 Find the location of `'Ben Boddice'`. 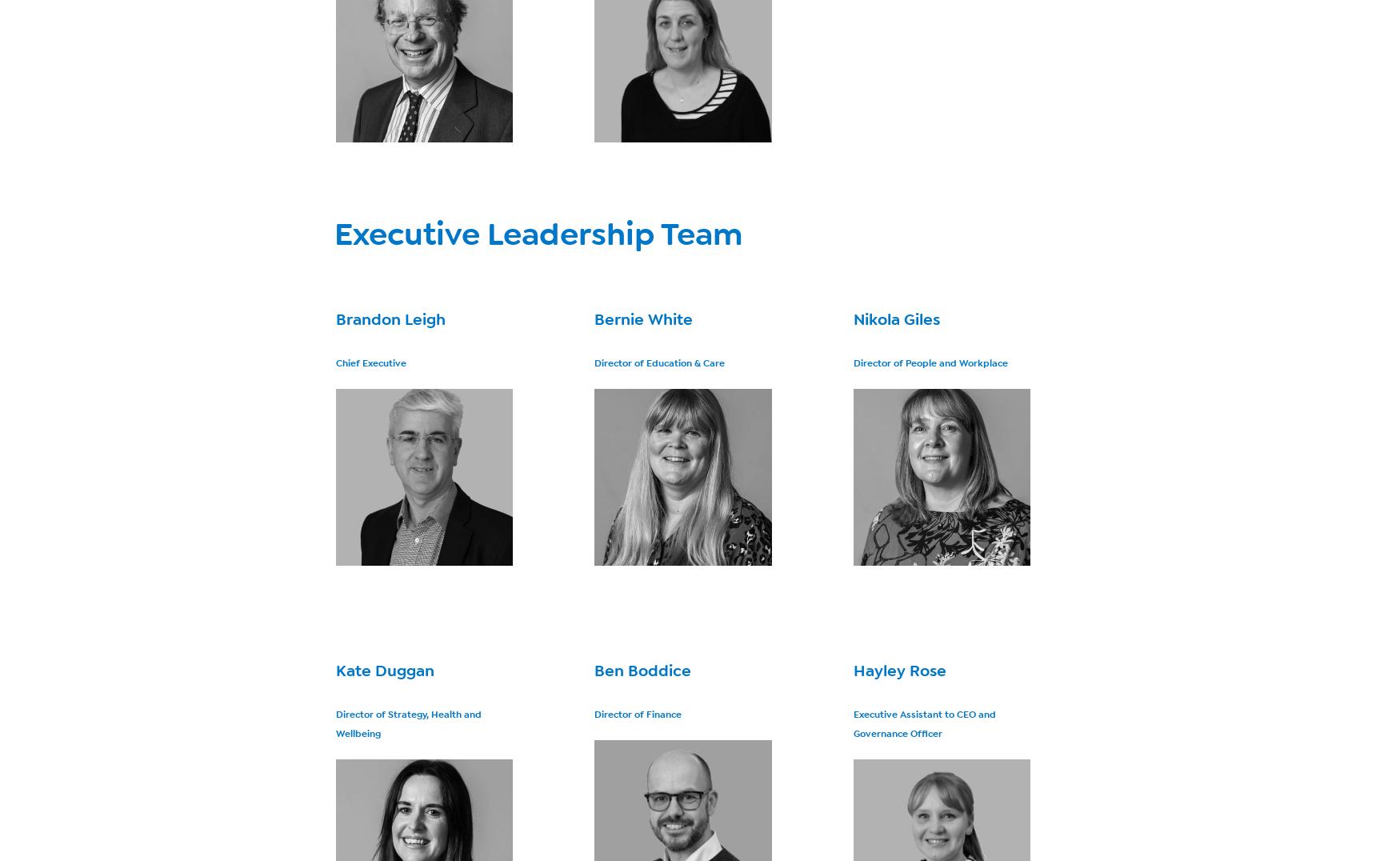

'Ben Boddice' is located at coordinates (594, 670).